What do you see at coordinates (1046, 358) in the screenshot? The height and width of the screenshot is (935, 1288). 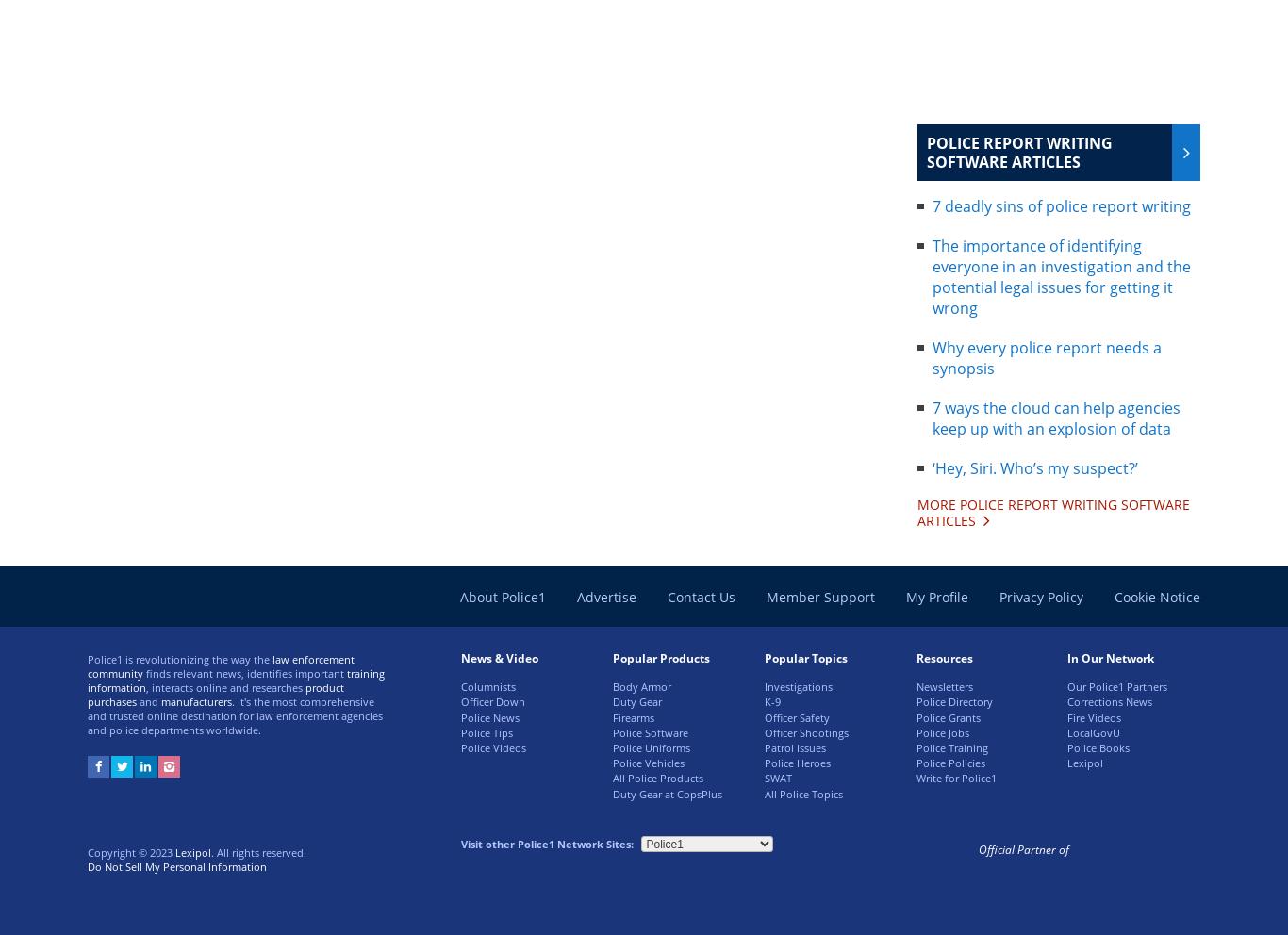 I see `'Why every police report needs a synopsis'` at bounding box center [1046, 358].